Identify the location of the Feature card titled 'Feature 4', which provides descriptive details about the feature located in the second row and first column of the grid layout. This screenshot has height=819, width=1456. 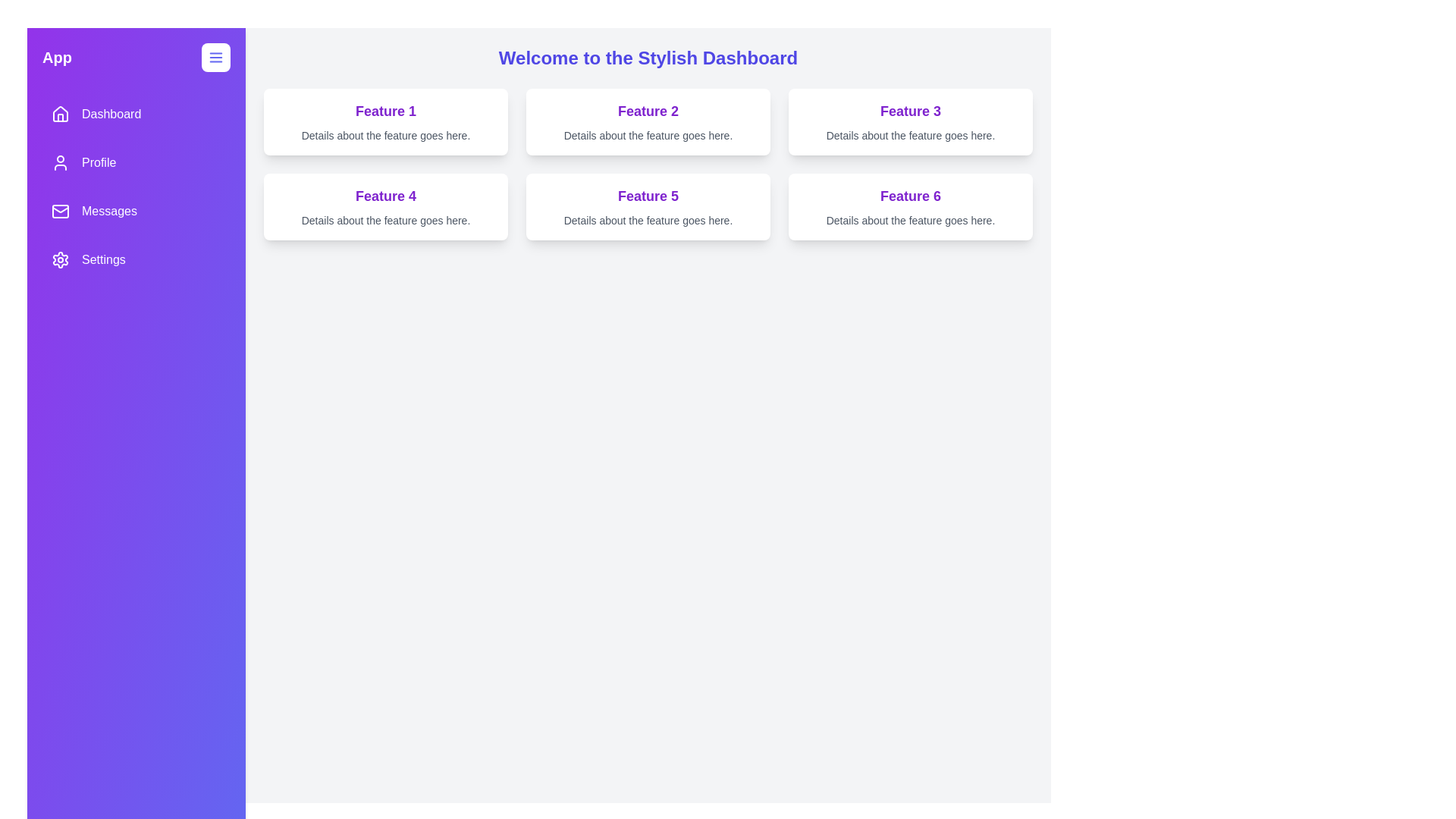
(385, 207).